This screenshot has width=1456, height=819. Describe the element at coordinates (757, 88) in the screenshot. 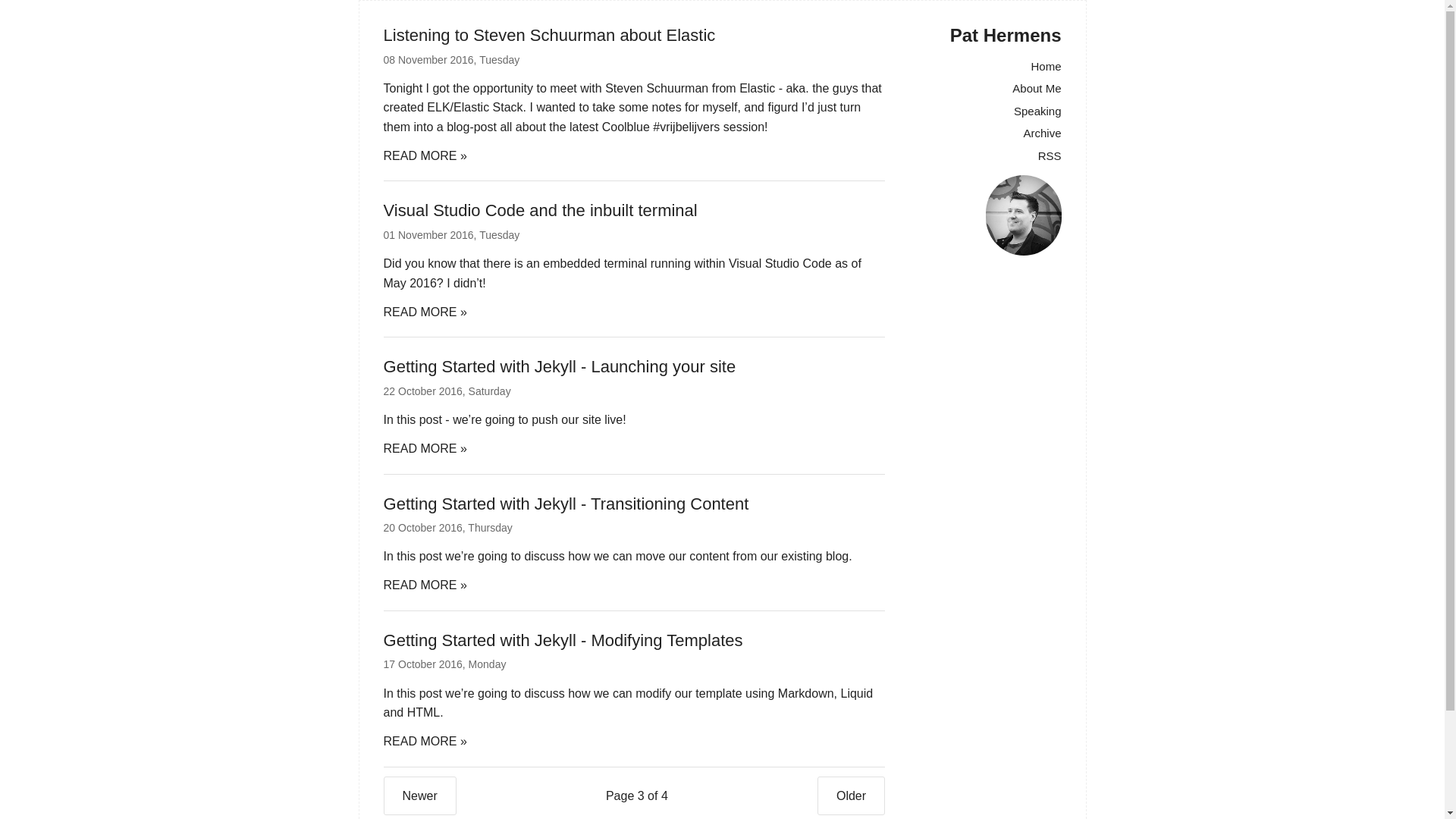

I see `'Elastic'` at that location.